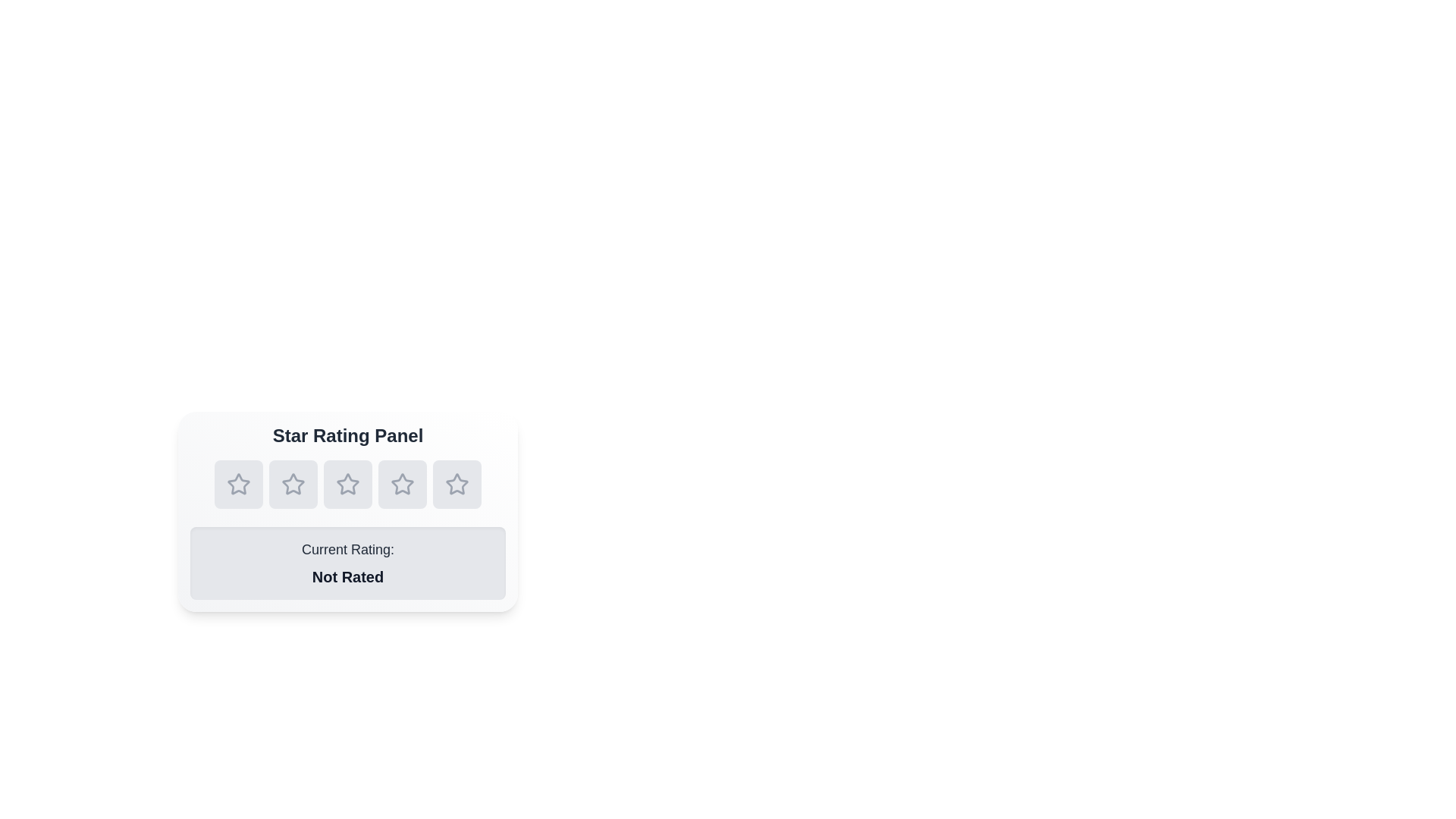 The width and height of the screenshot is (1456, 819). I want to click on the outlined star icon located in the 'Star Rating Panel', which is the second star in a series of five stars, so click(293, 485).